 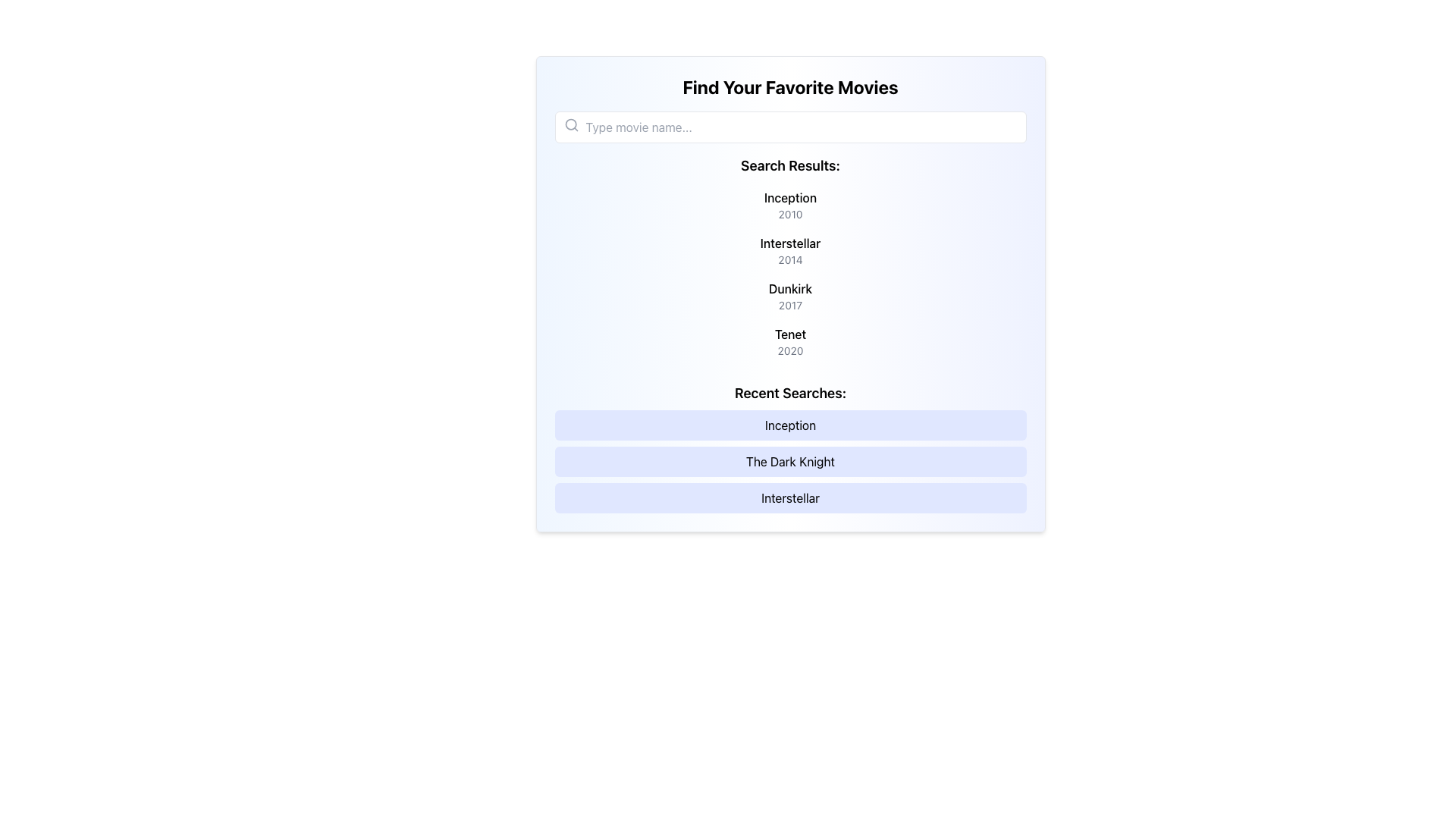 What do you see at coordinates (789, 305) in the screenshot?
I see `the text label displaying the year '2017' located beneath the title 'Dunkirk' in the 'Search Results' section` at bounding box center [789, 305].